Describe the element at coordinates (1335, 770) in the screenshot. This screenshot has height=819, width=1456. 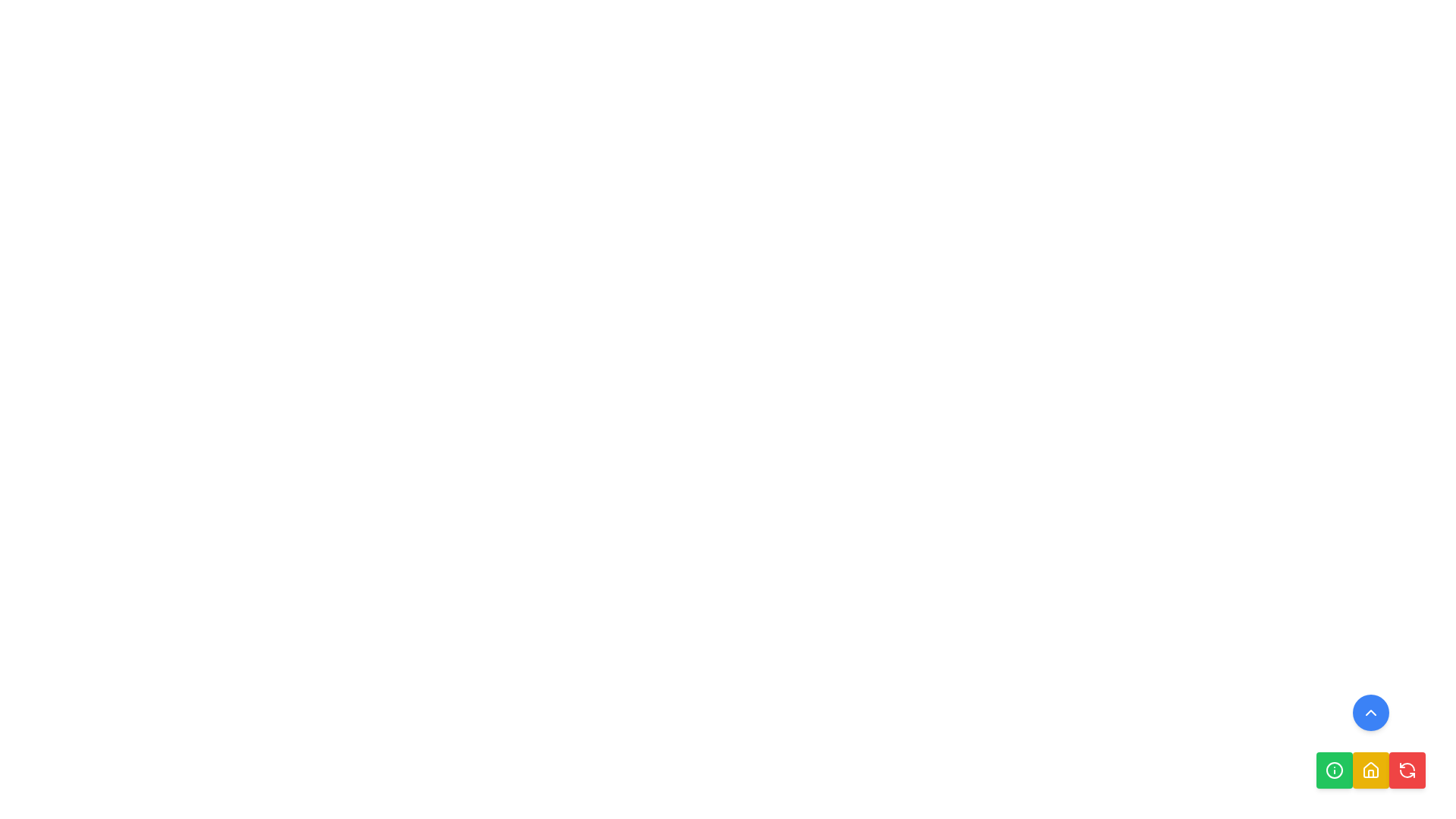
I see `the graphical circle element located at the center of the first green square icon on the left, positioned towards the bottom right corner of the interface` at that location.